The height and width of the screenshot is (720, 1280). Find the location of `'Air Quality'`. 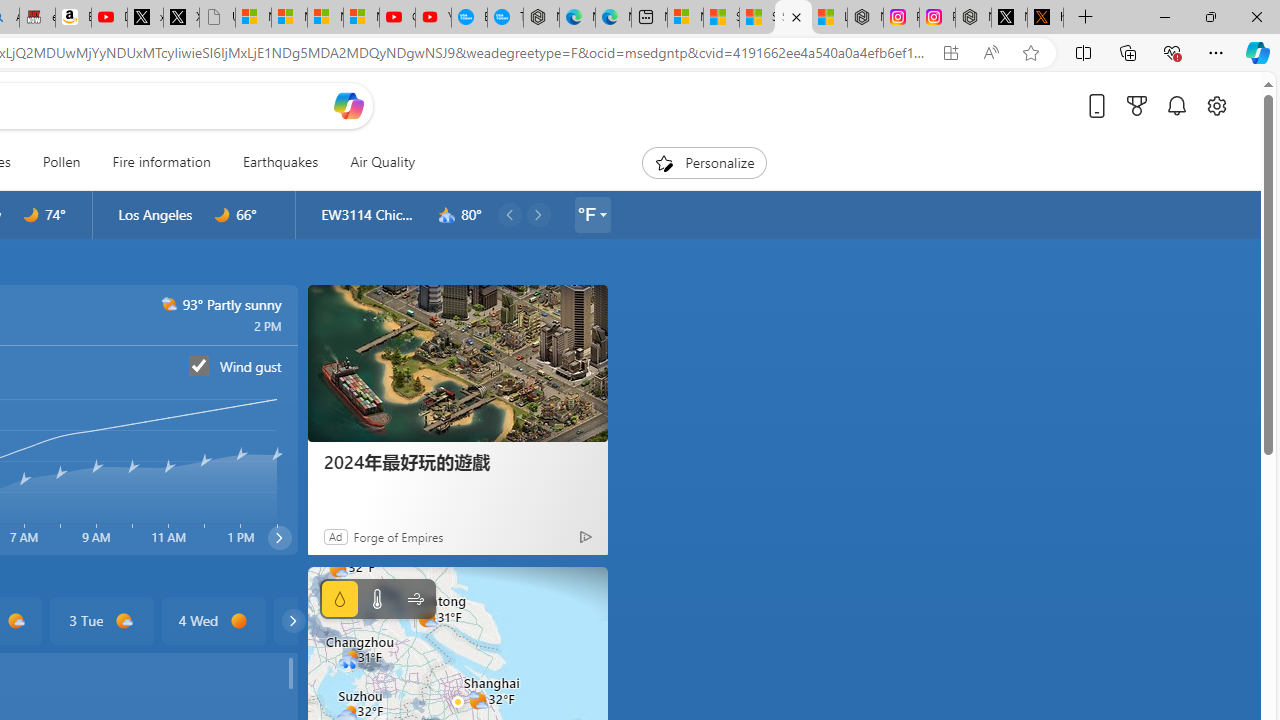

'Air Quality' is located at coordinates (375, 162).